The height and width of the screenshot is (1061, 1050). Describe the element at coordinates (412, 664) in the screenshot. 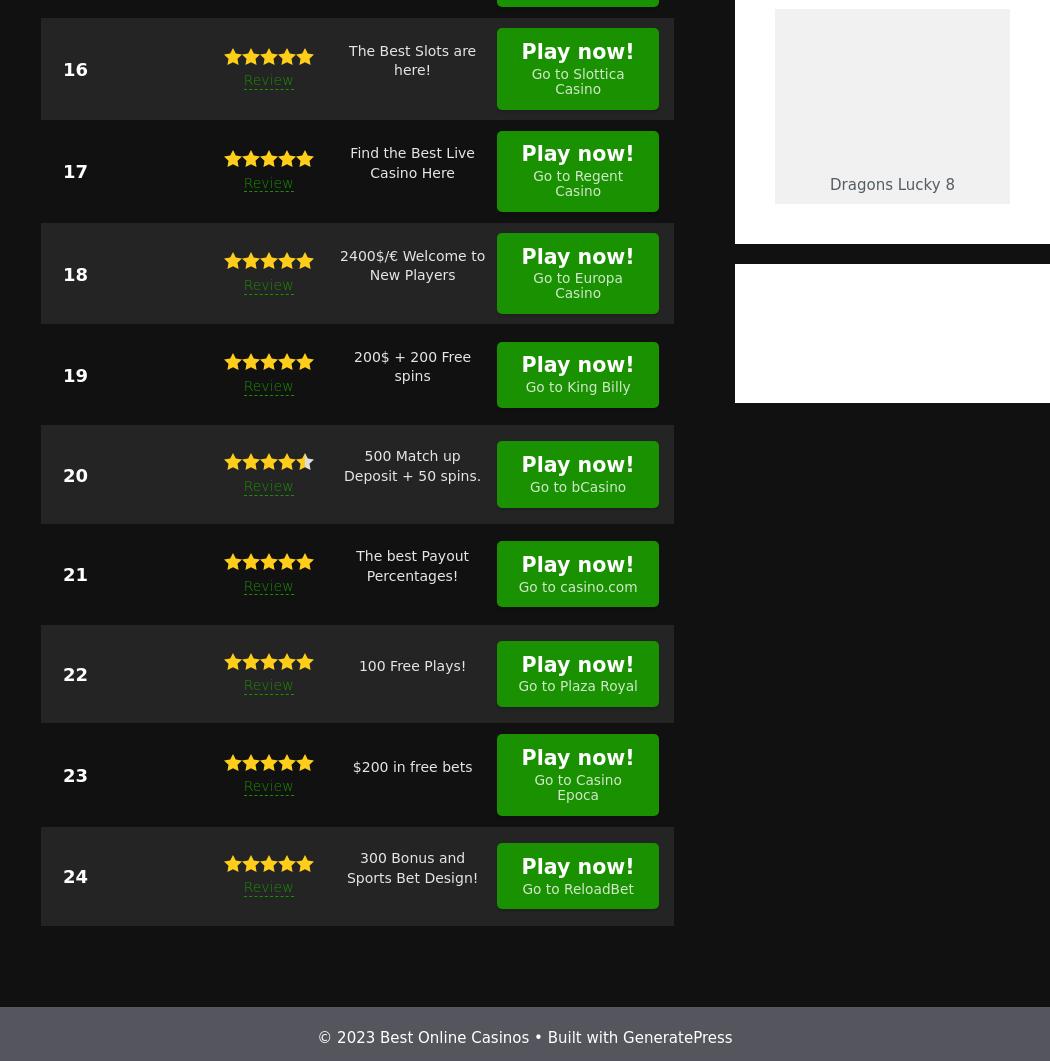

I see `'100 Free Plays!'` at that location.